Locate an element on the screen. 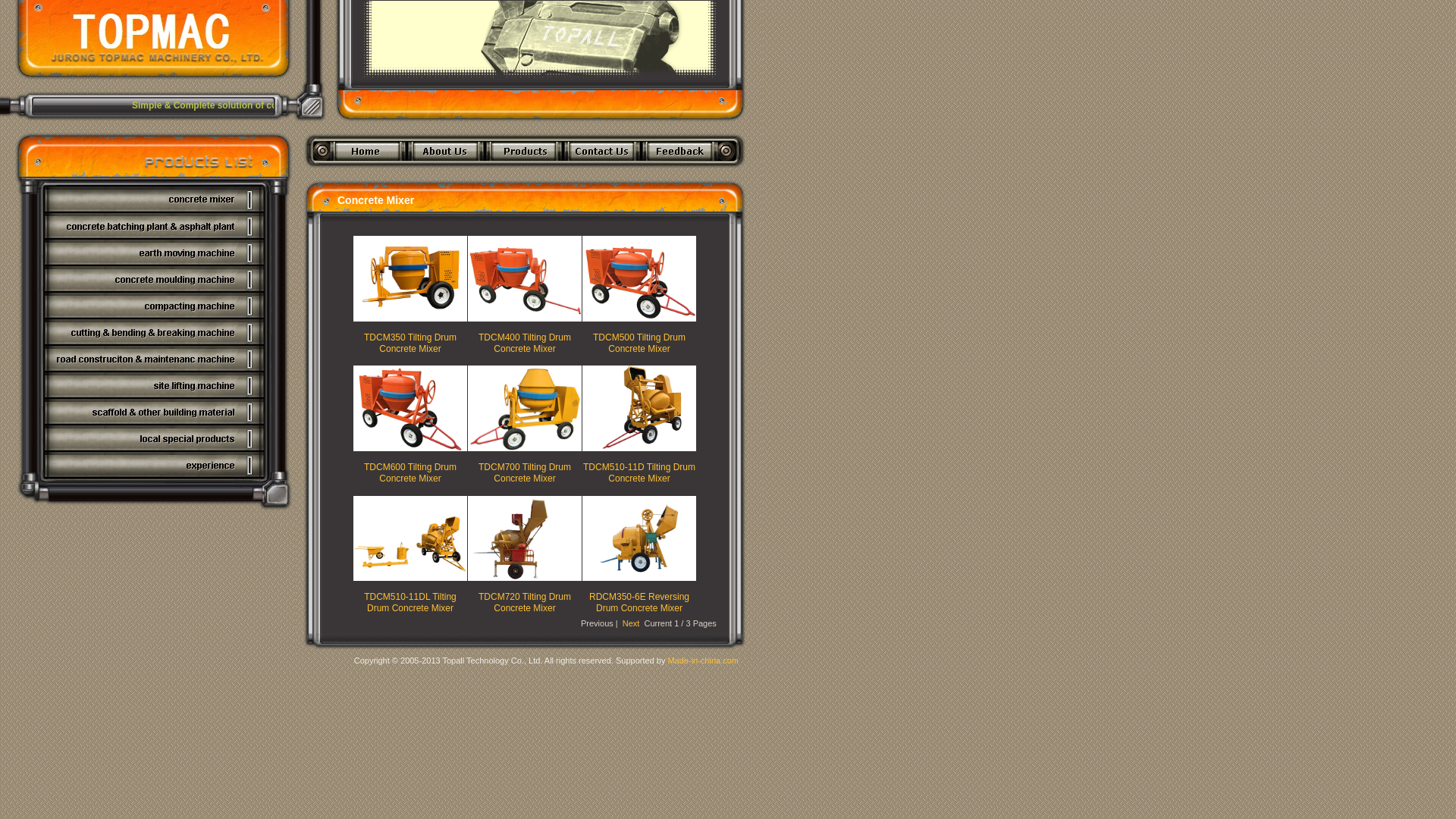  'TDCM400 Tilting Drum Concrete Mixer' is located at coordinates (524, 342).